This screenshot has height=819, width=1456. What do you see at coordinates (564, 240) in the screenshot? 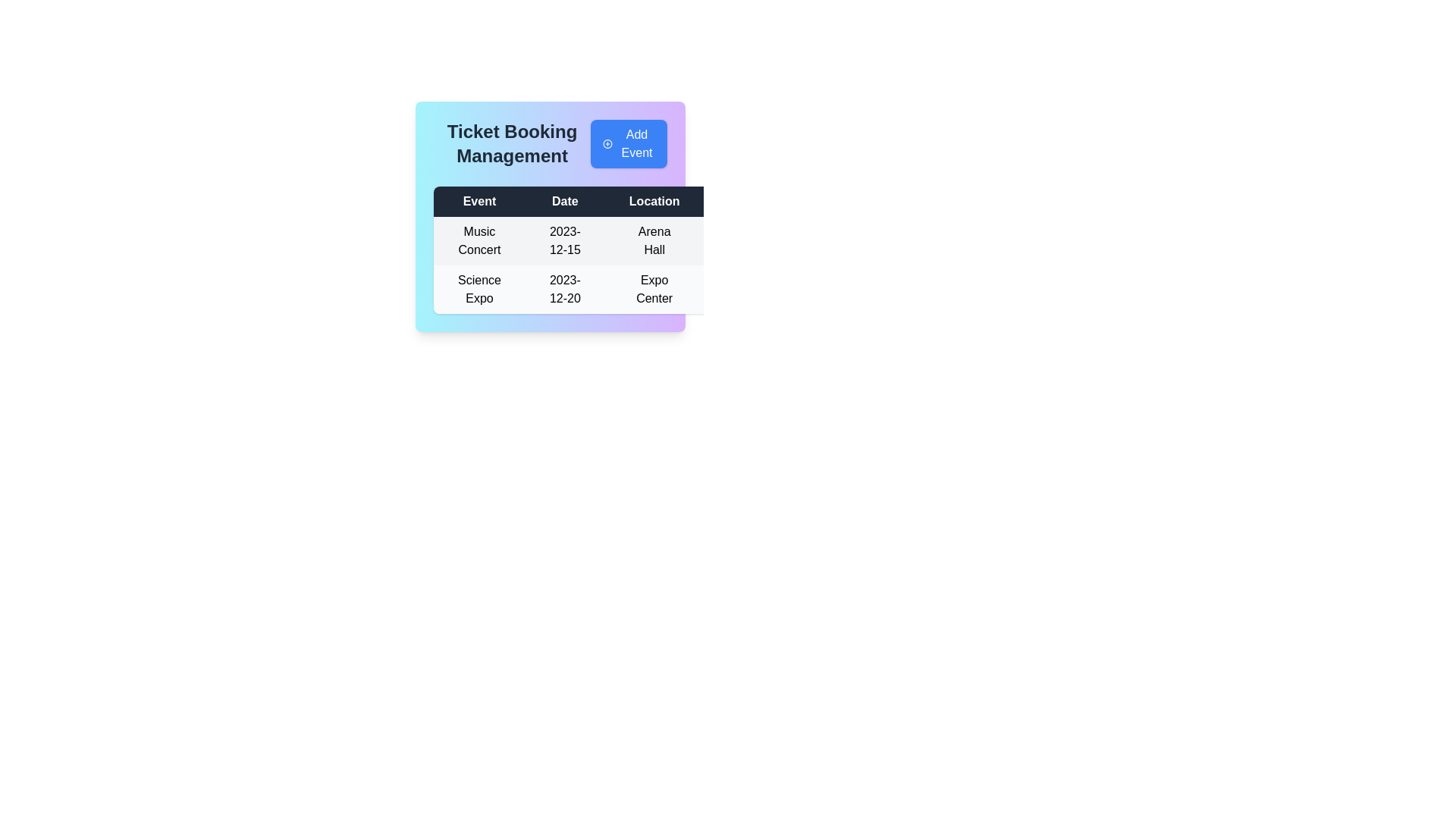
I see `the static text element that displays the date of the event, located in the middle cell under the 'Date' column in the first row of the table, horizontally aligned with the 'Music Concert' and 'Arena Hall' cells` at bounding box center [564, 240].